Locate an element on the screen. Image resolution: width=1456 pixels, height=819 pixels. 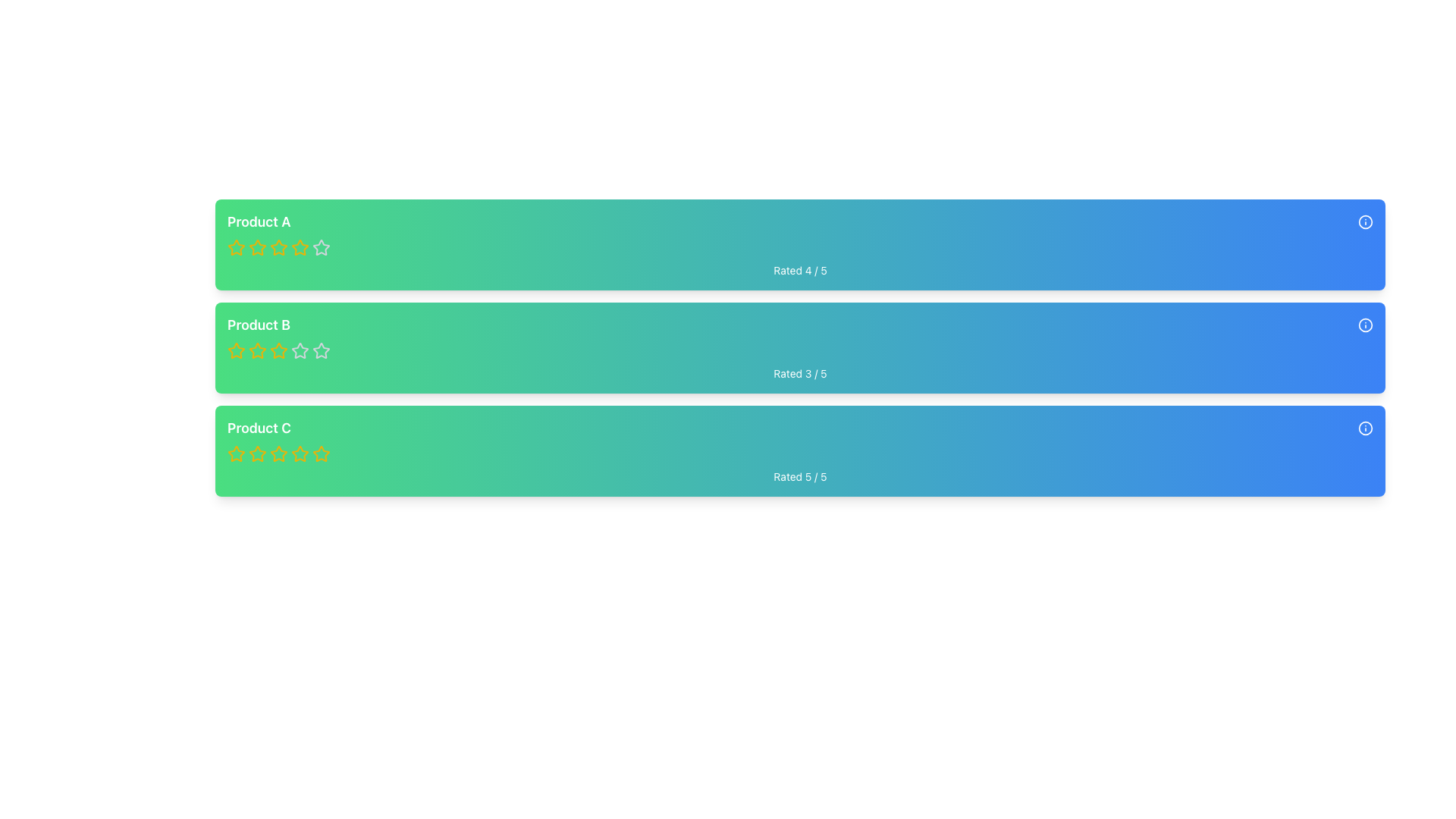
the text label displaying 'Product C', which is prominently located at the far left of its section with a green to blue gradient background is located at coordinates (259, 428).